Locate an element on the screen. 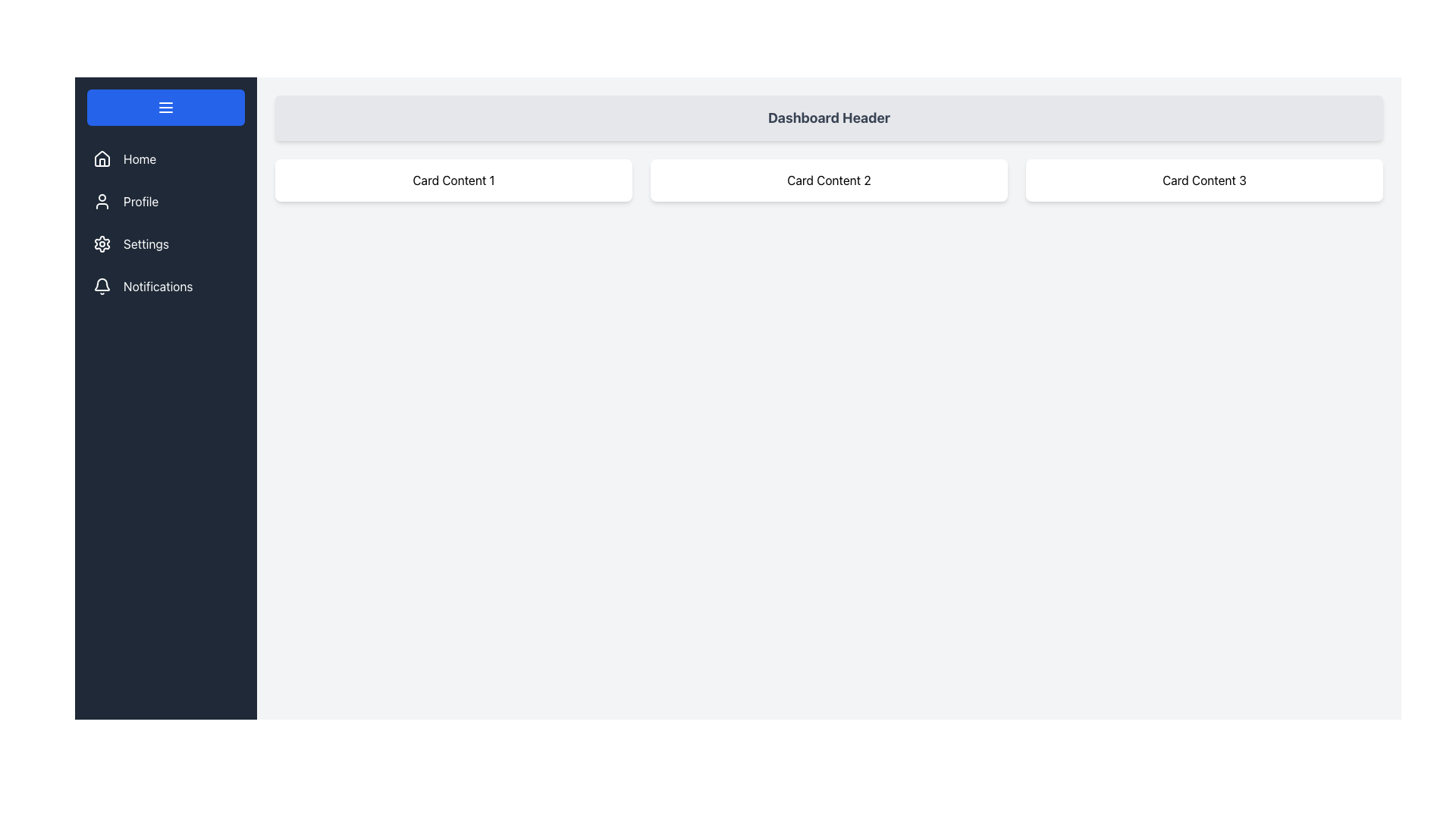  the menu icon, which consists of three horizontal lines on a blue background located at the top left corner of the sidebar is located at coordinates (166, 107).